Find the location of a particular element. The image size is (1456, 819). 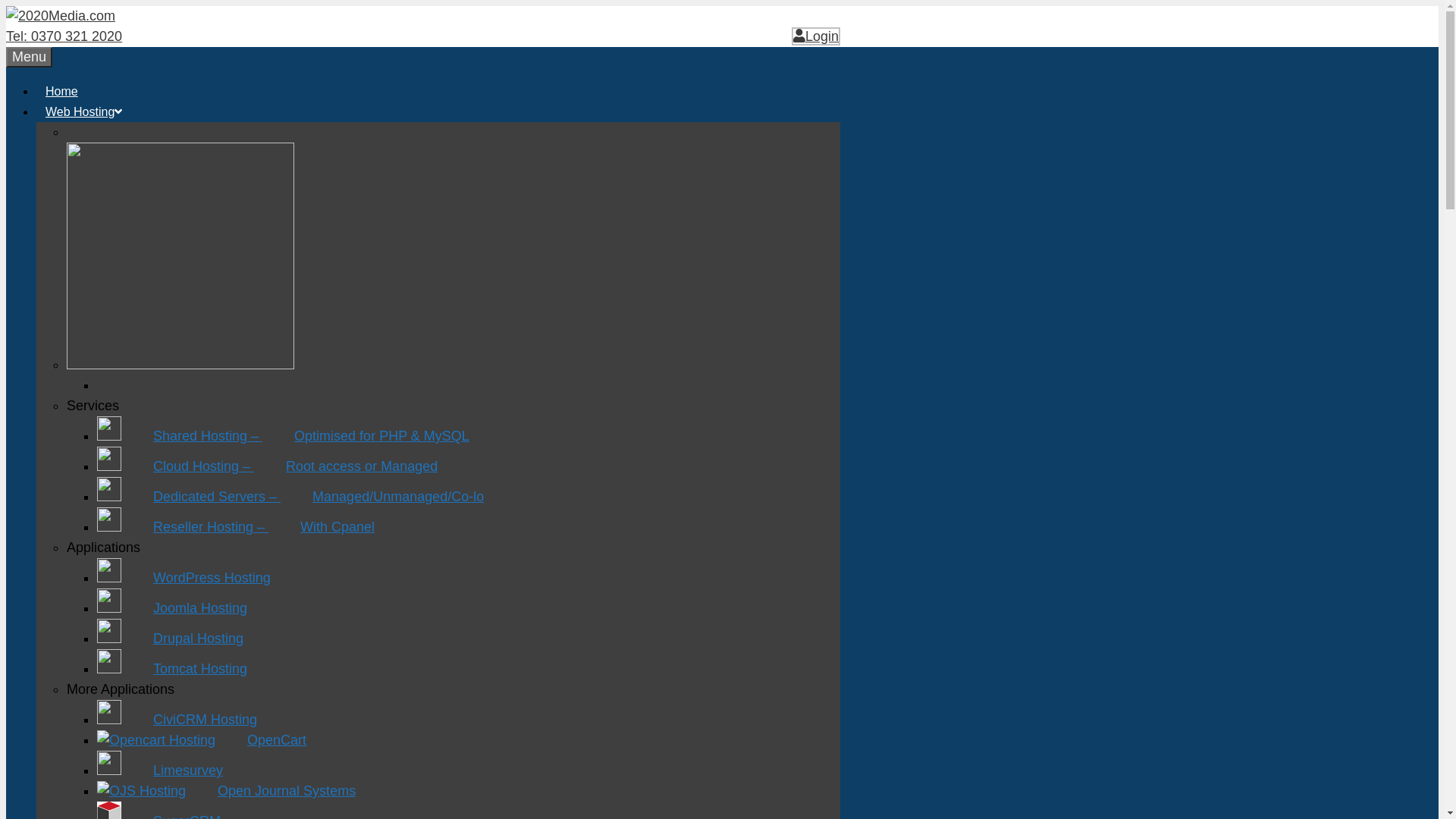

'Web Hosting' is located at coordinates (36, 111).